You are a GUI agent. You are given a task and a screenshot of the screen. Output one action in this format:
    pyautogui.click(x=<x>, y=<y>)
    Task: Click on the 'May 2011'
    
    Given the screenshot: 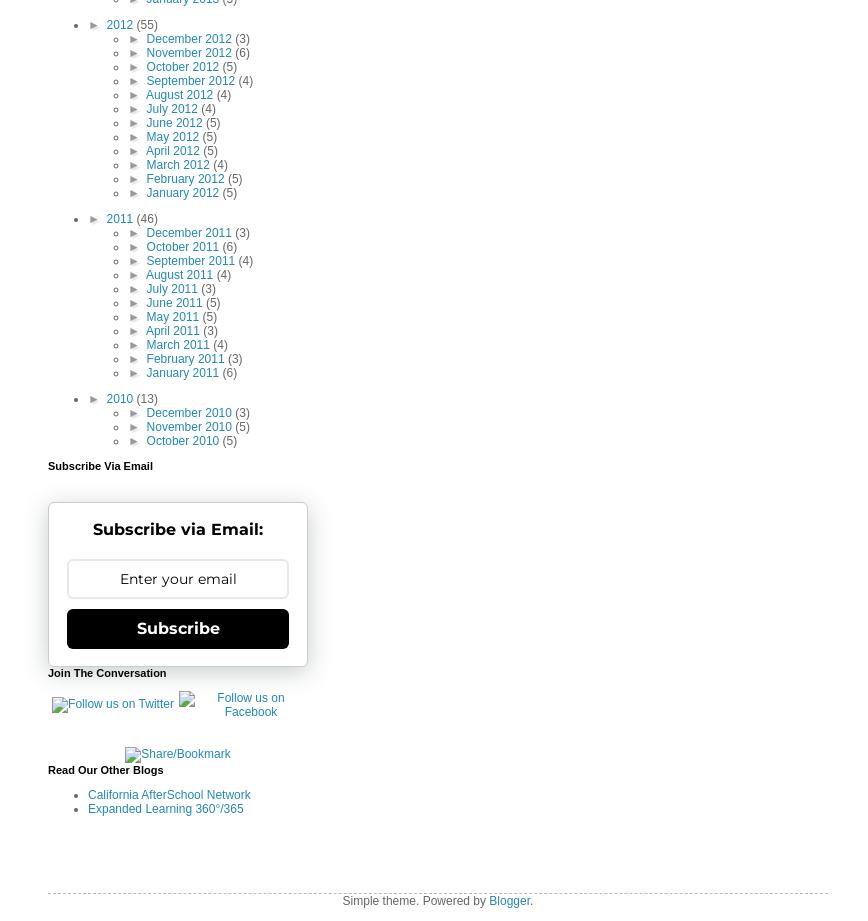 What is the action you would take?
    pyautogui.click(x=145, y=317)
    